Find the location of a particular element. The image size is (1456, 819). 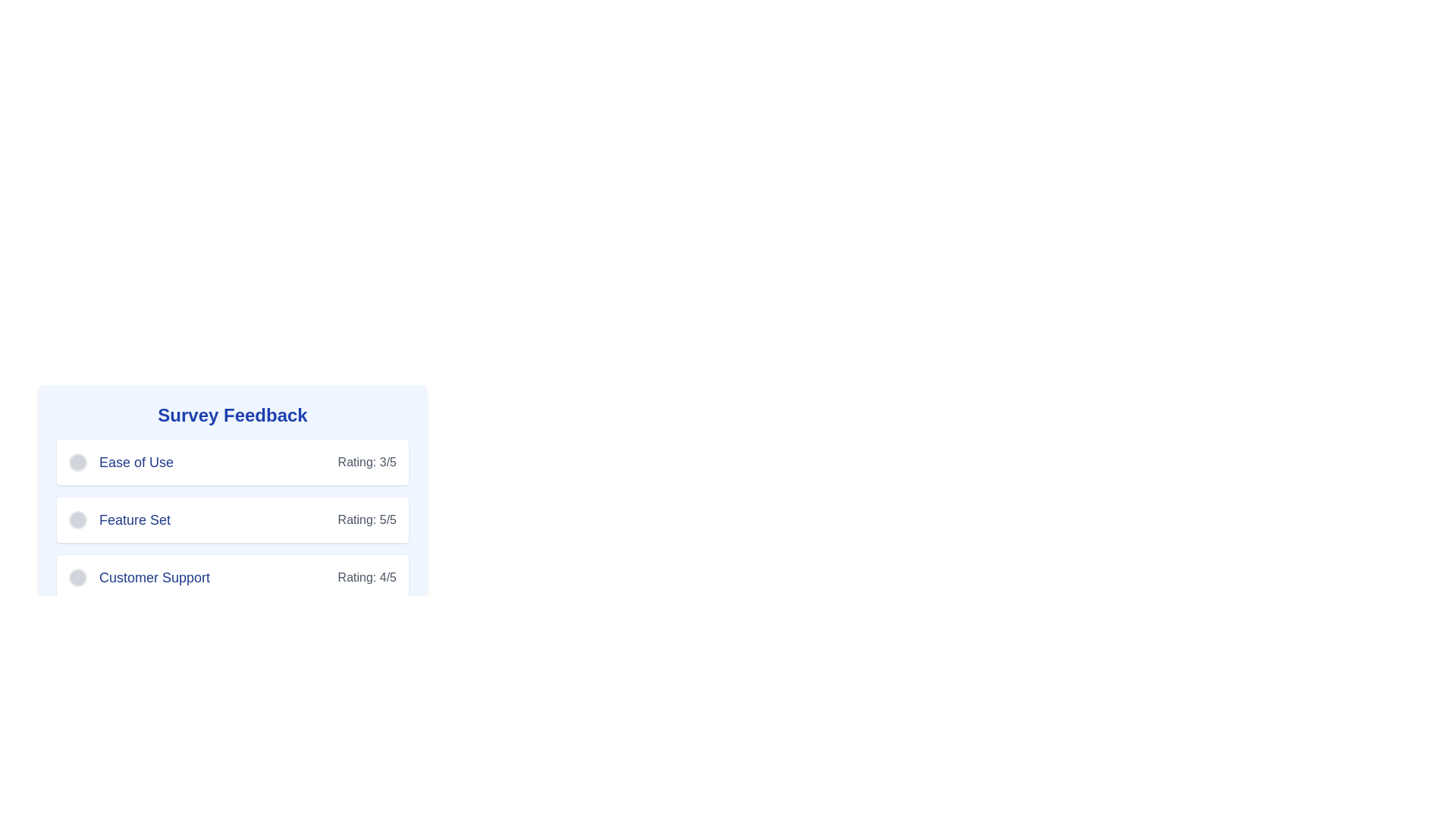

the circular icon next to the 'Customer Support' text in the feedback item row is located at coordinates (140, 578).